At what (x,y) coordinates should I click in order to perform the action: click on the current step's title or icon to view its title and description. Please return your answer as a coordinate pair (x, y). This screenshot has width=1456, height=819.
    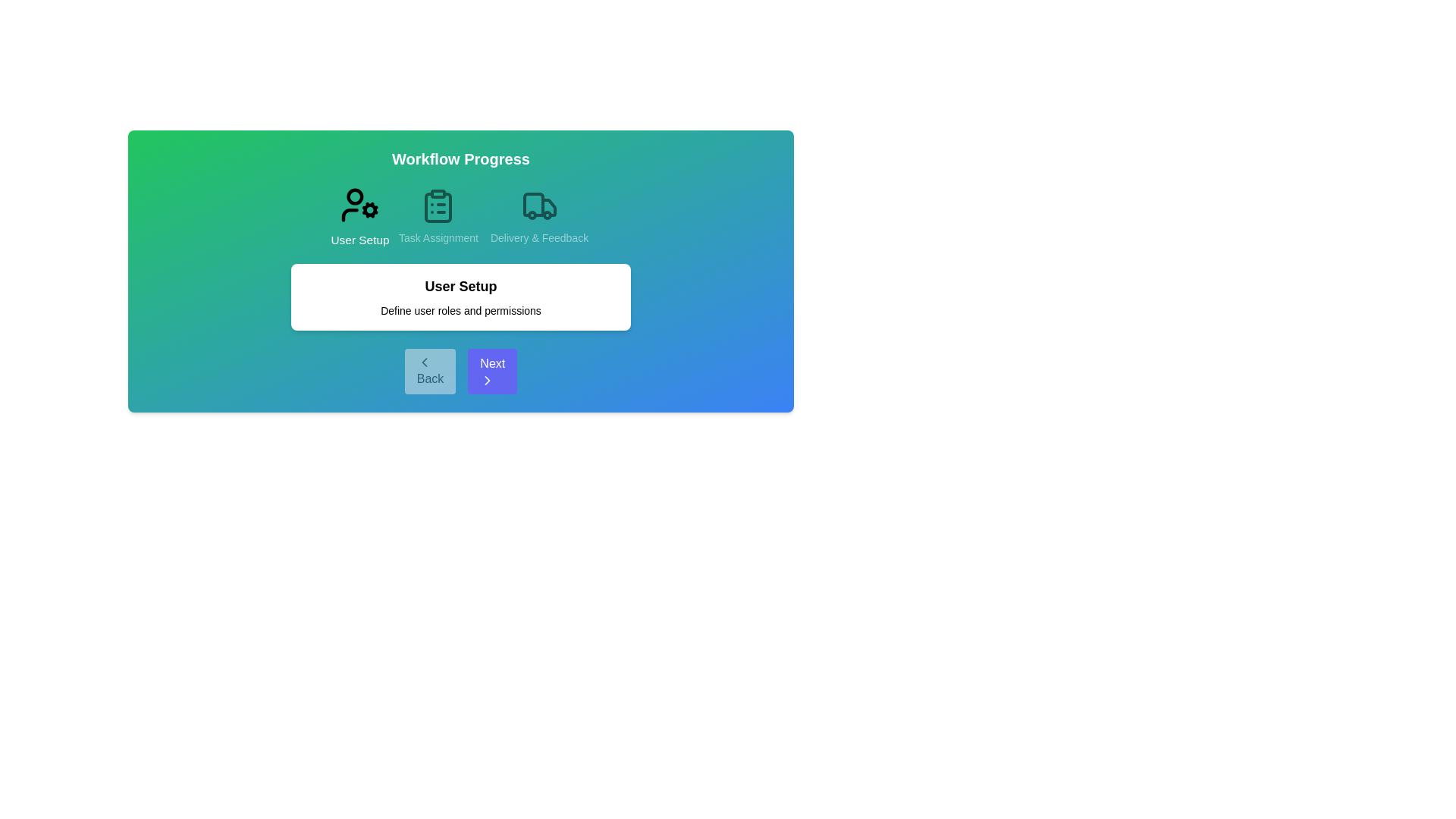
    Looking at the image, I should click on (359, 216).